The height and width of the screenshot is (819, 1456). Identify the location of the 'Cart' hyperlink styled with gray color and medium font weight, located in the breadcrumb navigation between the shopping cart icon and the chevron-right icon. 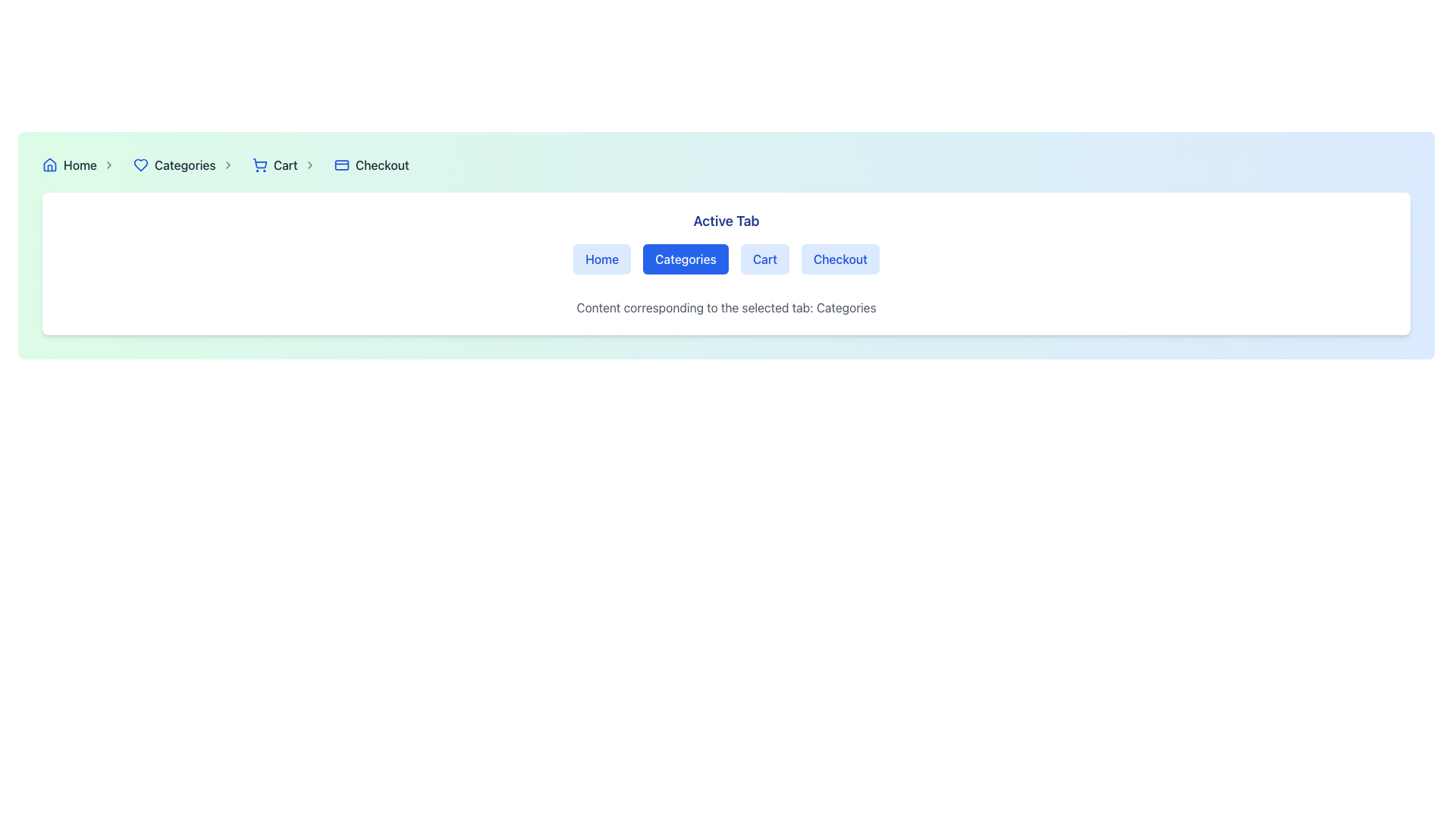
(285, 165).